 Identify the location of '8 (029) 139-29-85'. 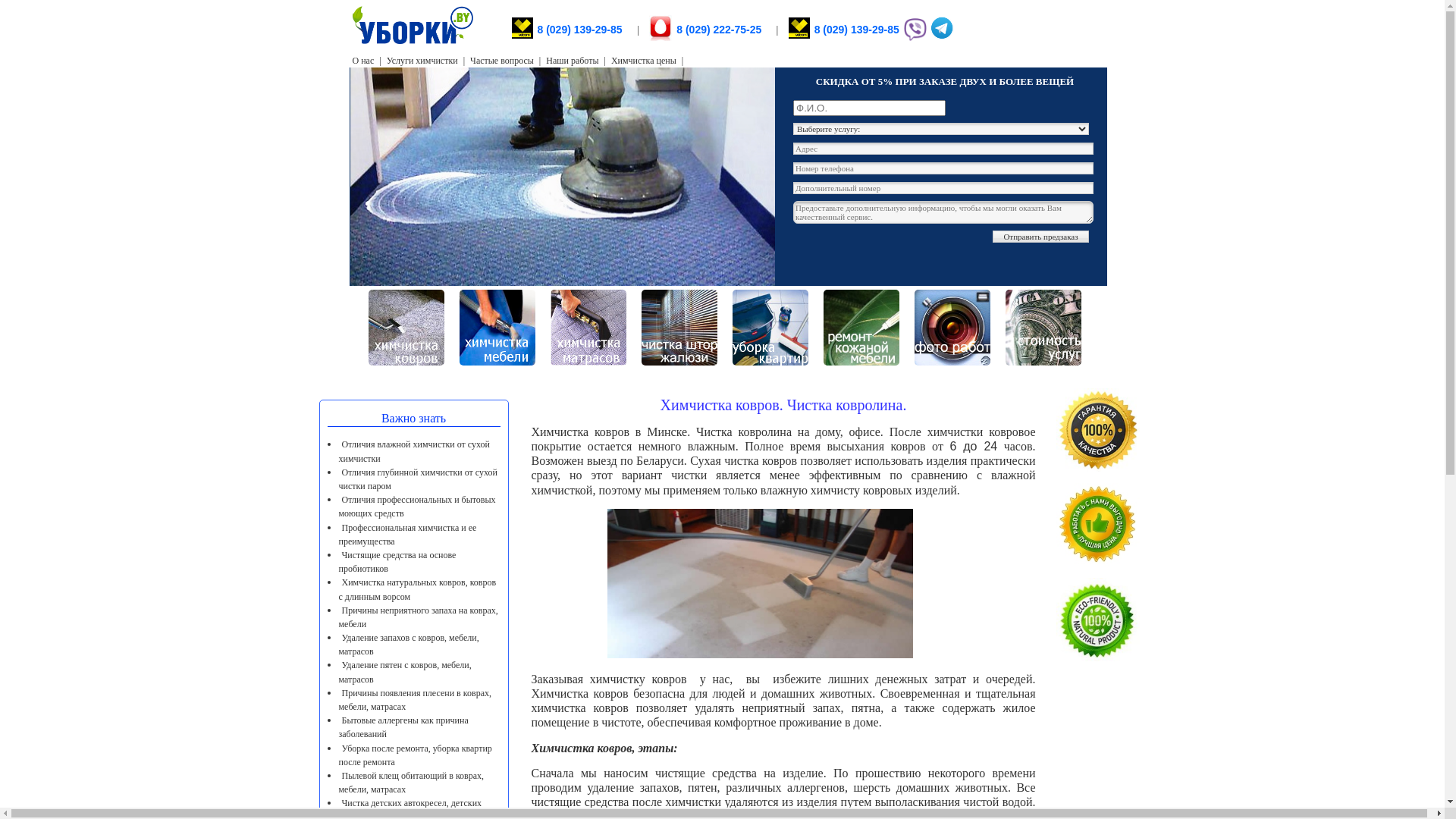
(856, 29).